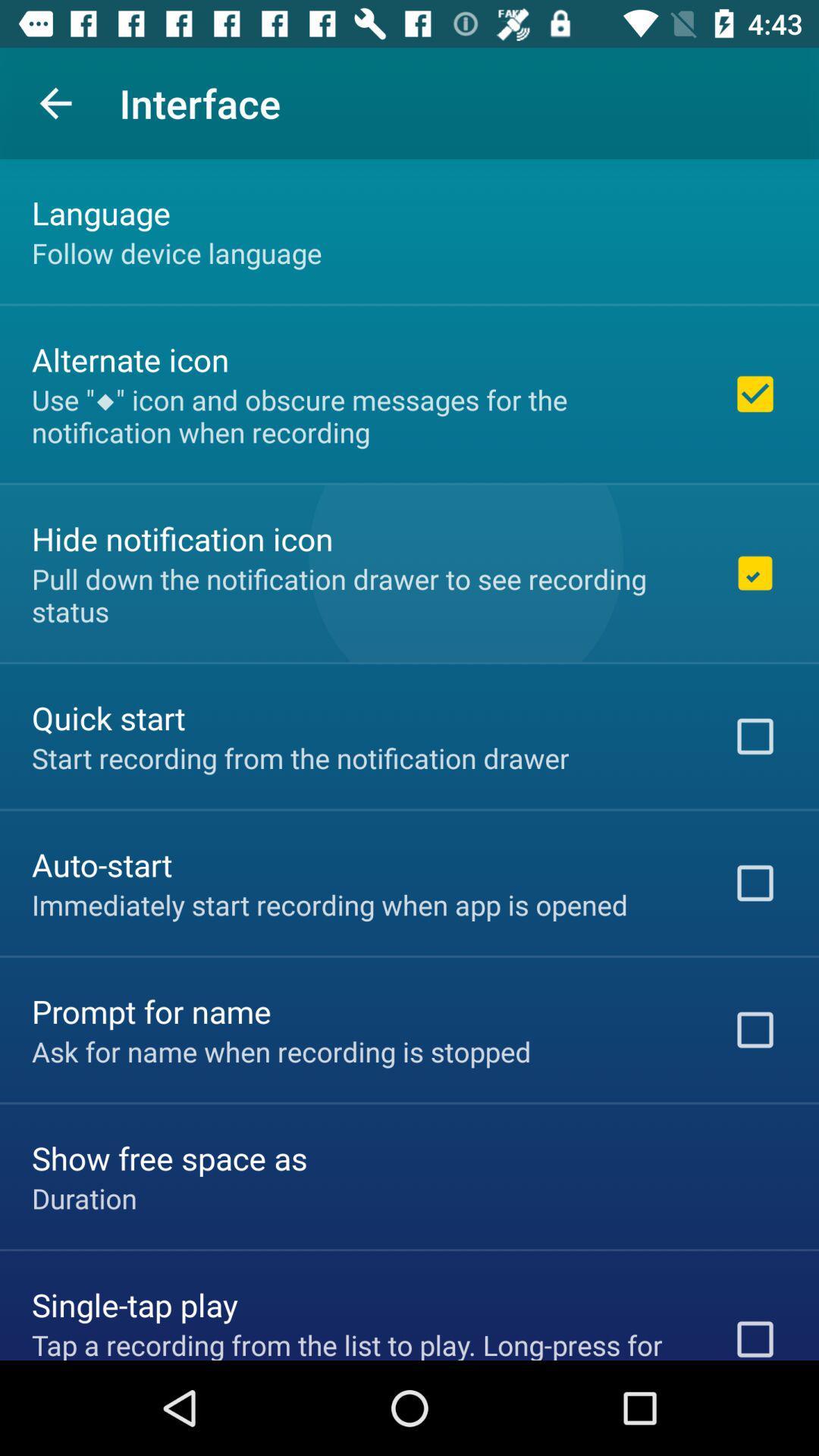 This screenshot has height=1456, width=819. Describe the element at coordinates (176, 253) in the screenshot. I see `the follow device language item` at that location.